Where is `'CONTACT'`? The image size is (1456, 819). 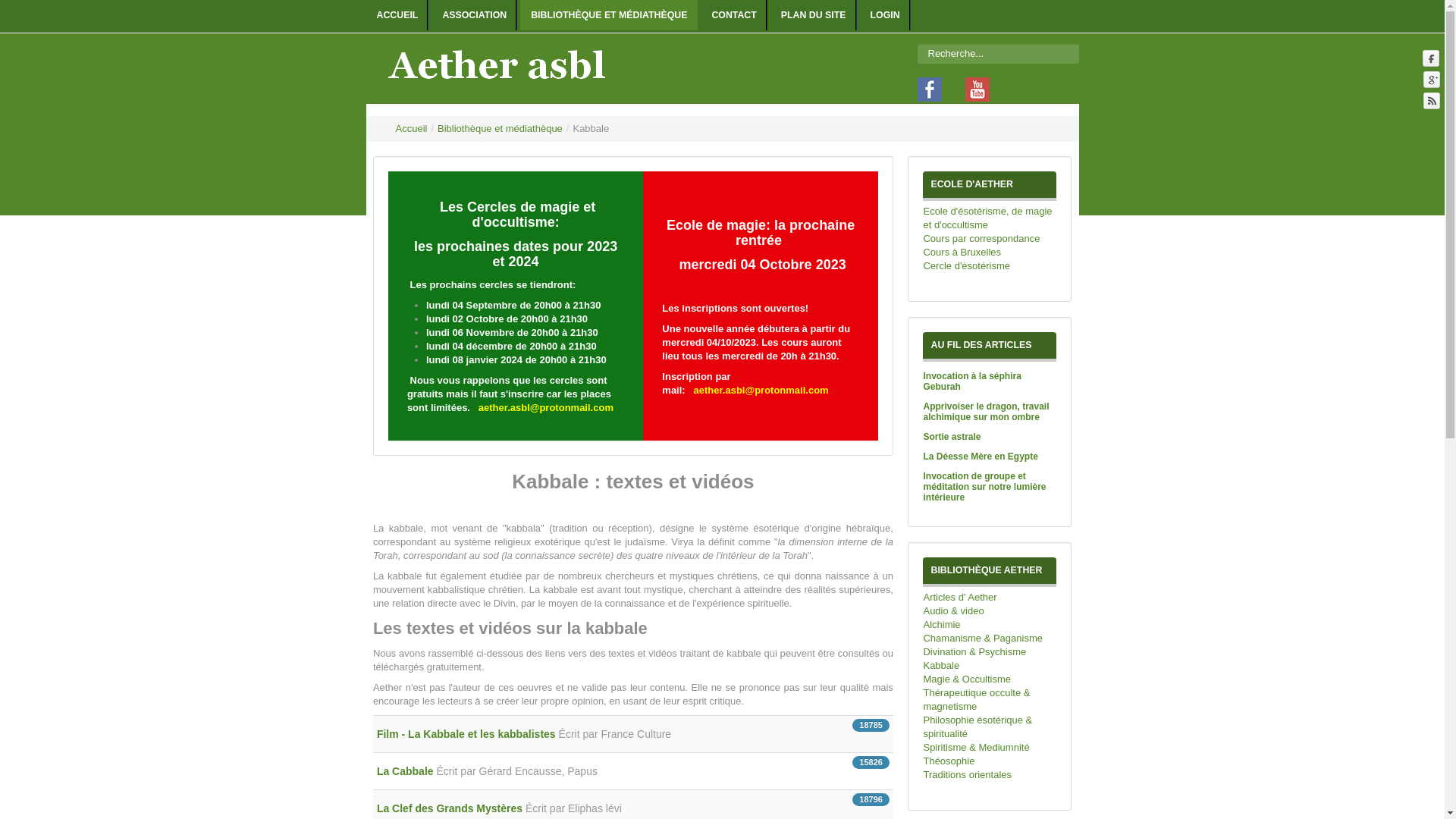 'CONTACT' is located at coordinates (733, 14).